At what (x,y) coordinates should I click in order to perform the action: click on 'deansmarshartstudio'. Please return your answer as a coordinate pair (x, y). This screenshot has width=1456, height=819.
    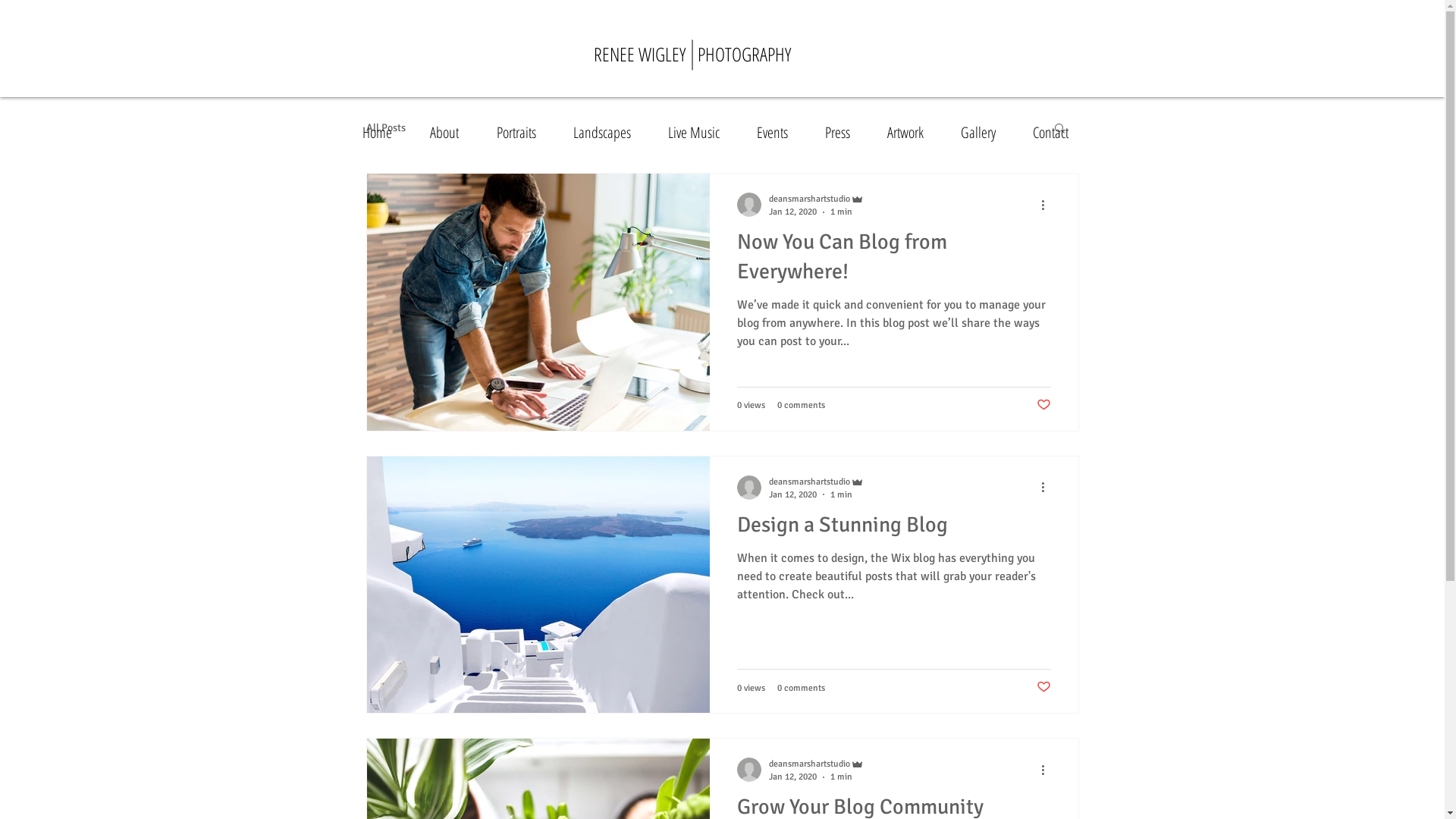
    Looking at the image, I should click on (815, 764).